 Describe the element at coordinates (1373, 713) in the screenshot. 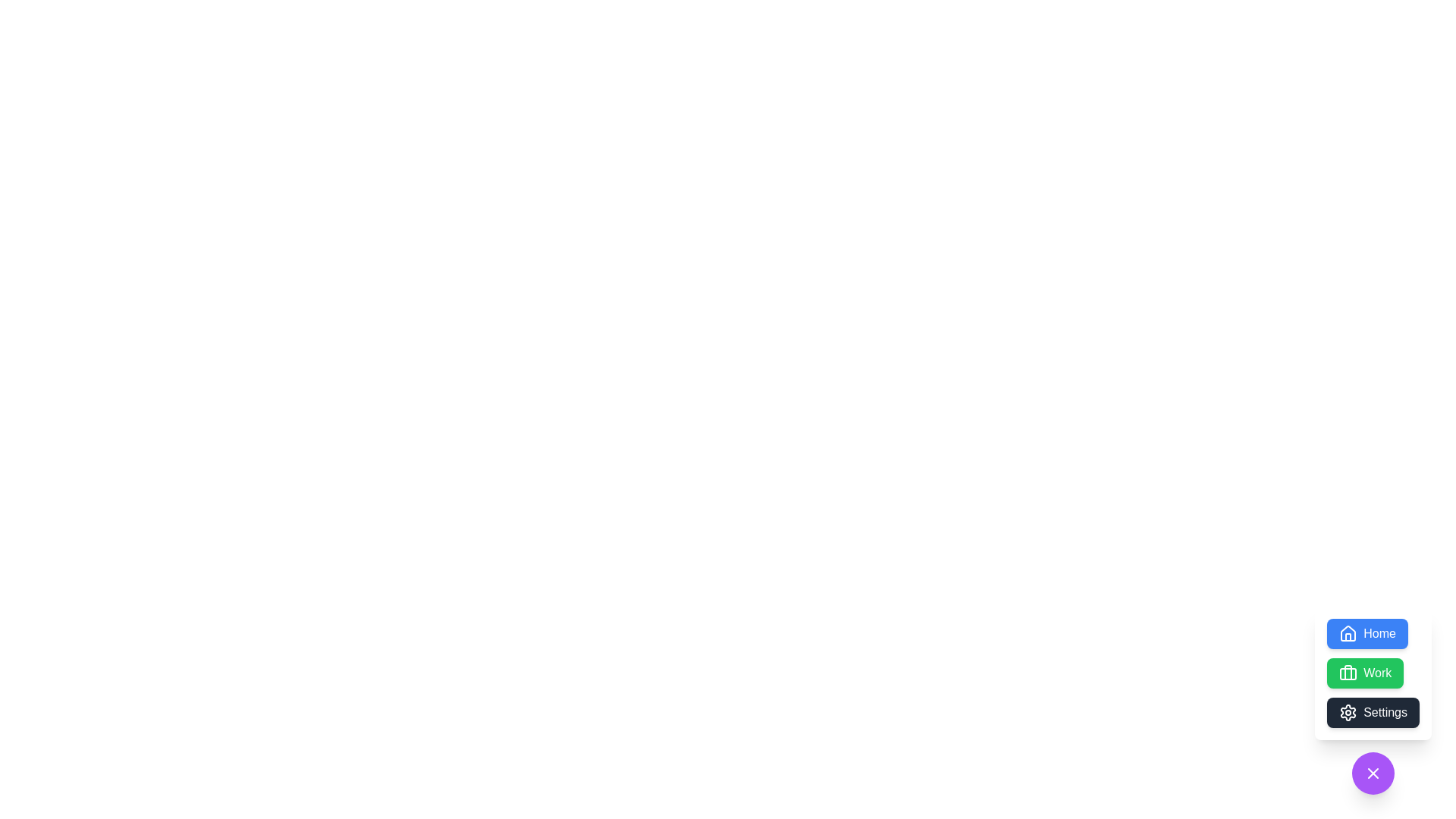

I see `the 'Settings' button, which is the third button in a vertical group of three buttons with a black background and a cogwheel icon next to the text 'Settings'` at that location.